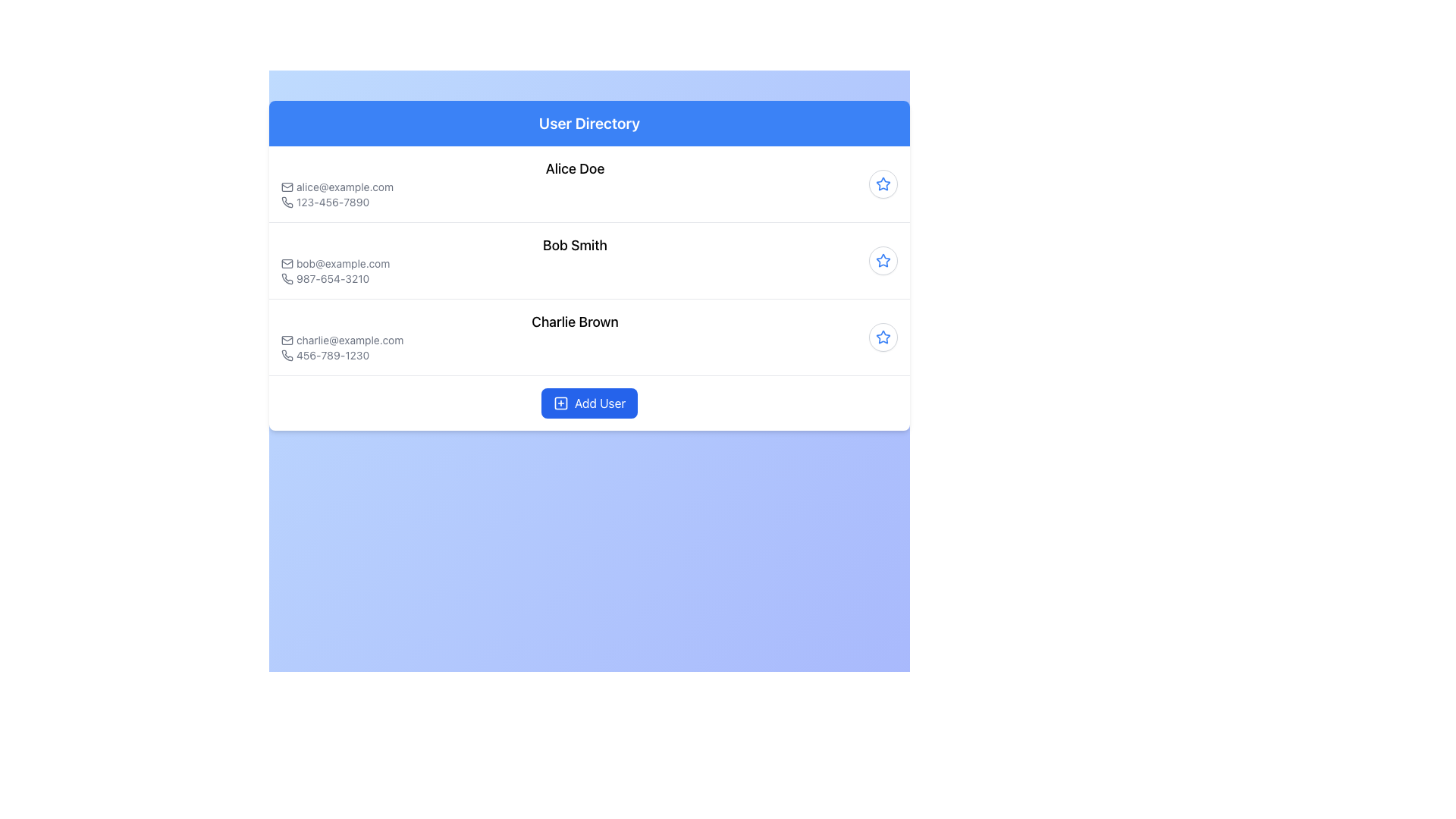  Describe the element at coordinates (588, 122) in the screenshot. I see `the 'User Directory' heading text label, which is styled in bold and located at the top center of the section with a blue background` at that location.